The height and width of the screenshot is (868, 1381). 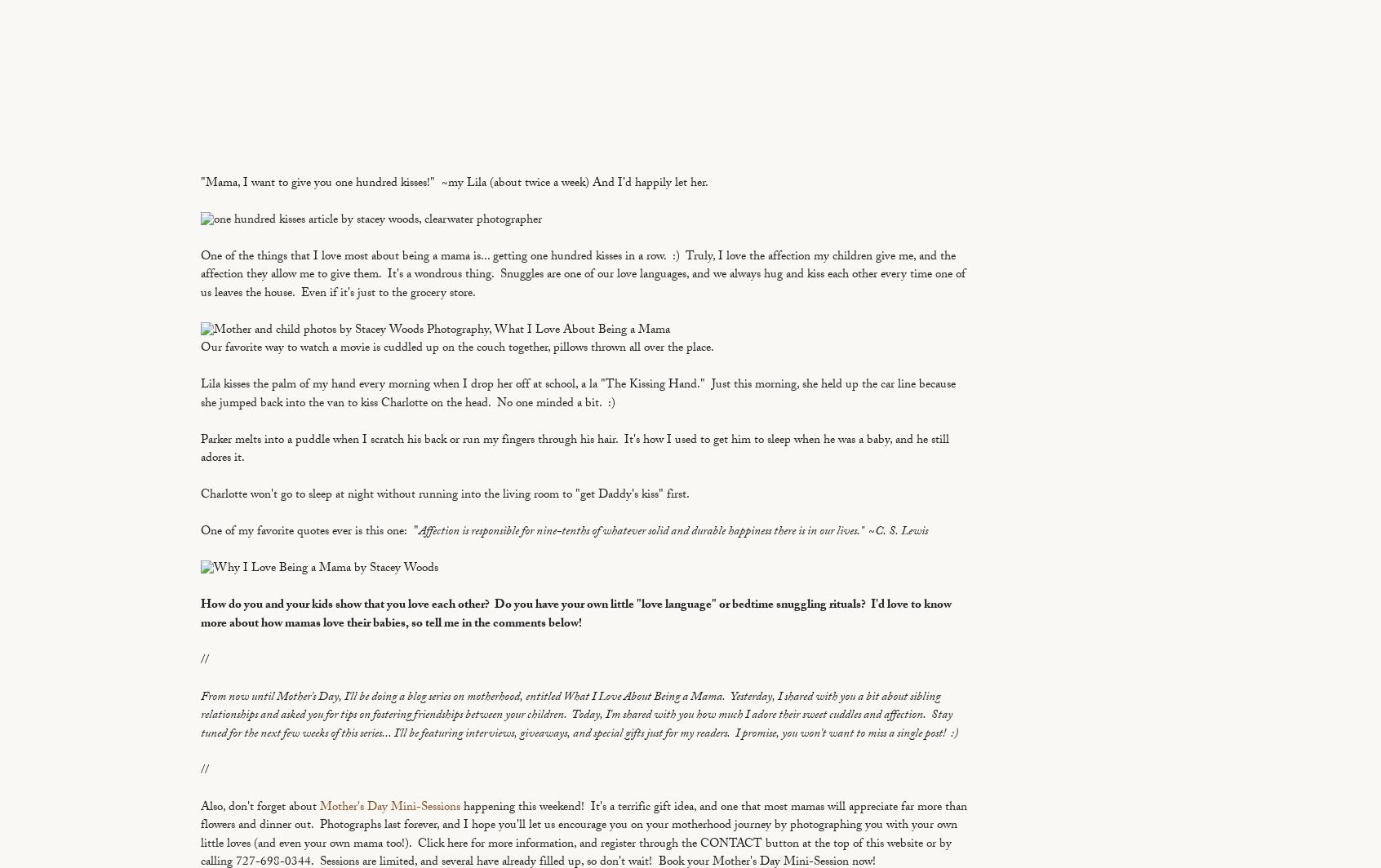 What do you see at coordinates (201, 184) in the screenshot?
I see `'"Mama, I want to give you one hundred kisses!"  ~my Lila (about twice a week)
And I'd happily let her.'` at bounding box center [201, 184].